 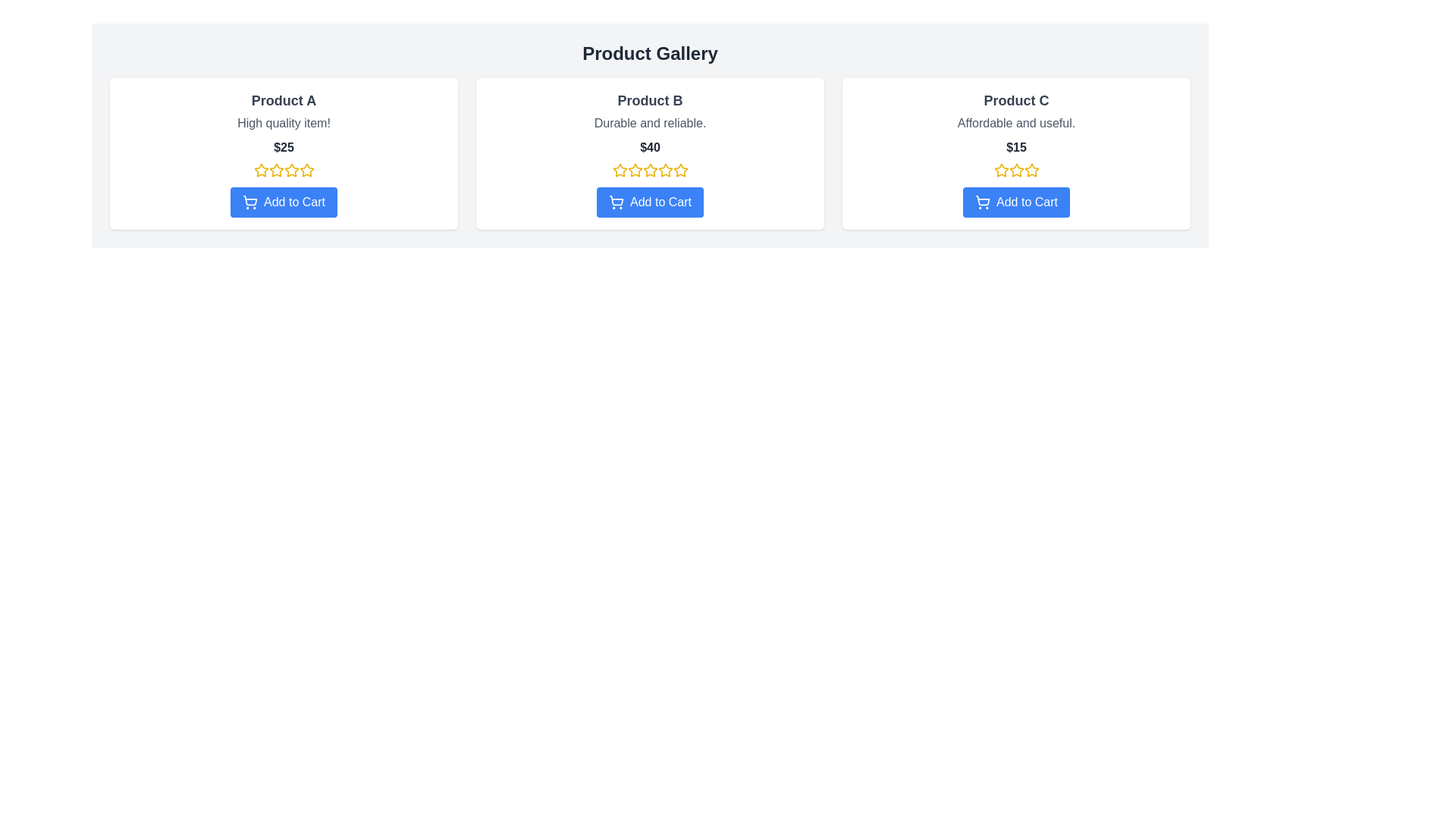 What do you see at coordinates (650, 170) in the screenshot?
I see `the second star icon in the interactive rating widget` at bounding box center [650, 170].